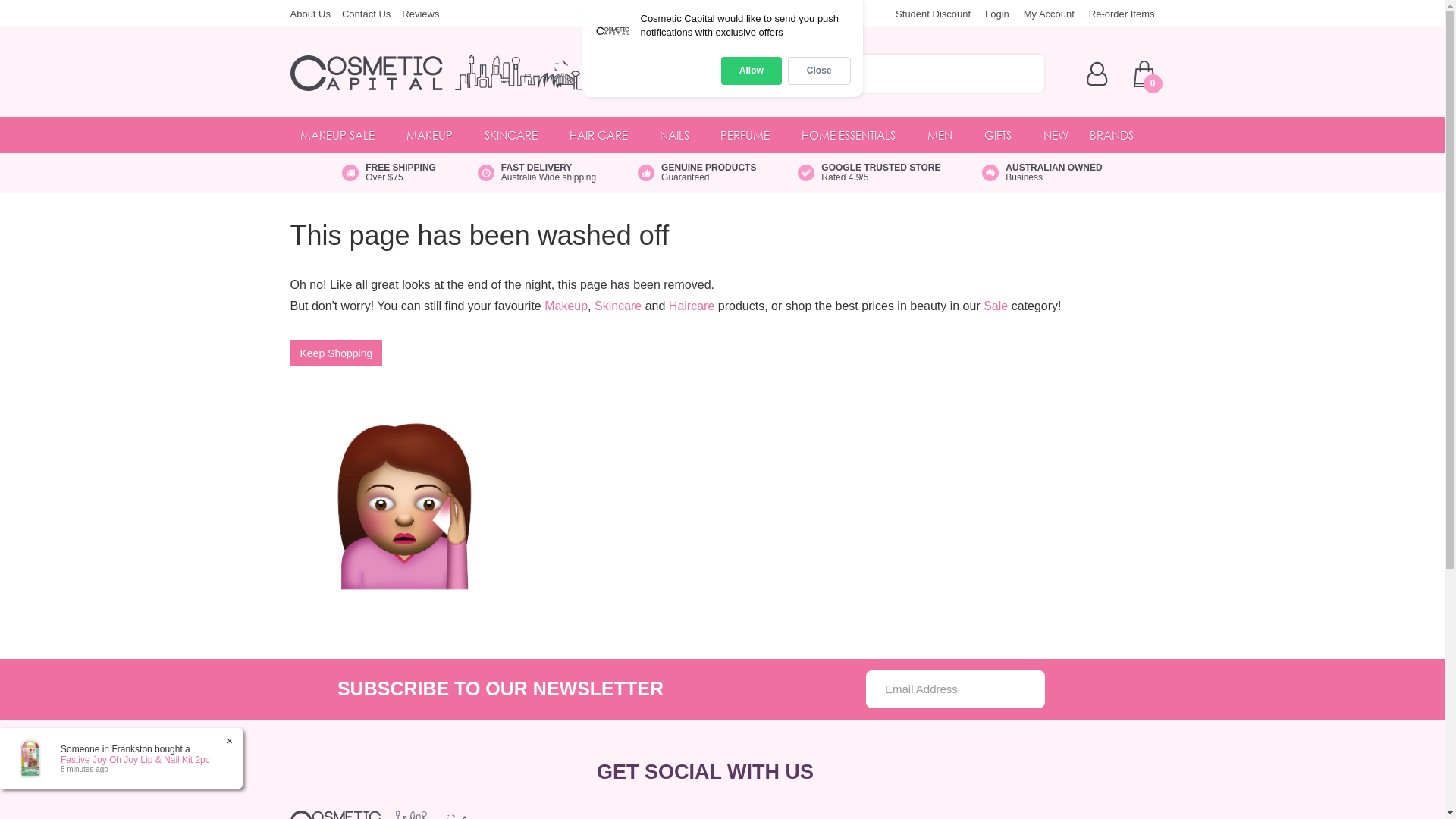  What do you see at coordinates (1117, 133) in the screenshot?
I see `'BRANDS'` at bounding box center [1117, 133].